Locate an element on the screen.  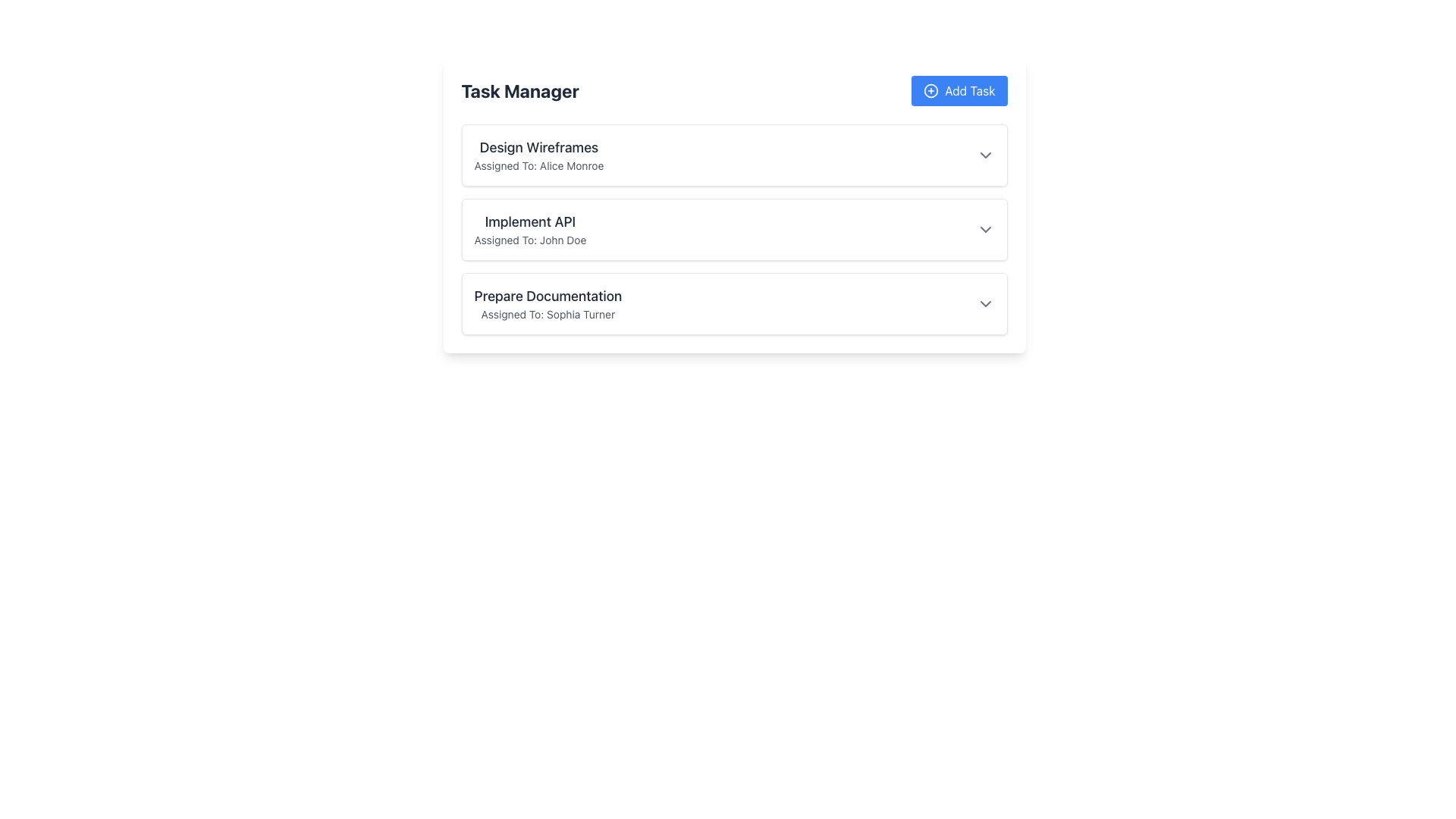
the 'Design Wireframes' text block element is located at coordinates (538, 155).